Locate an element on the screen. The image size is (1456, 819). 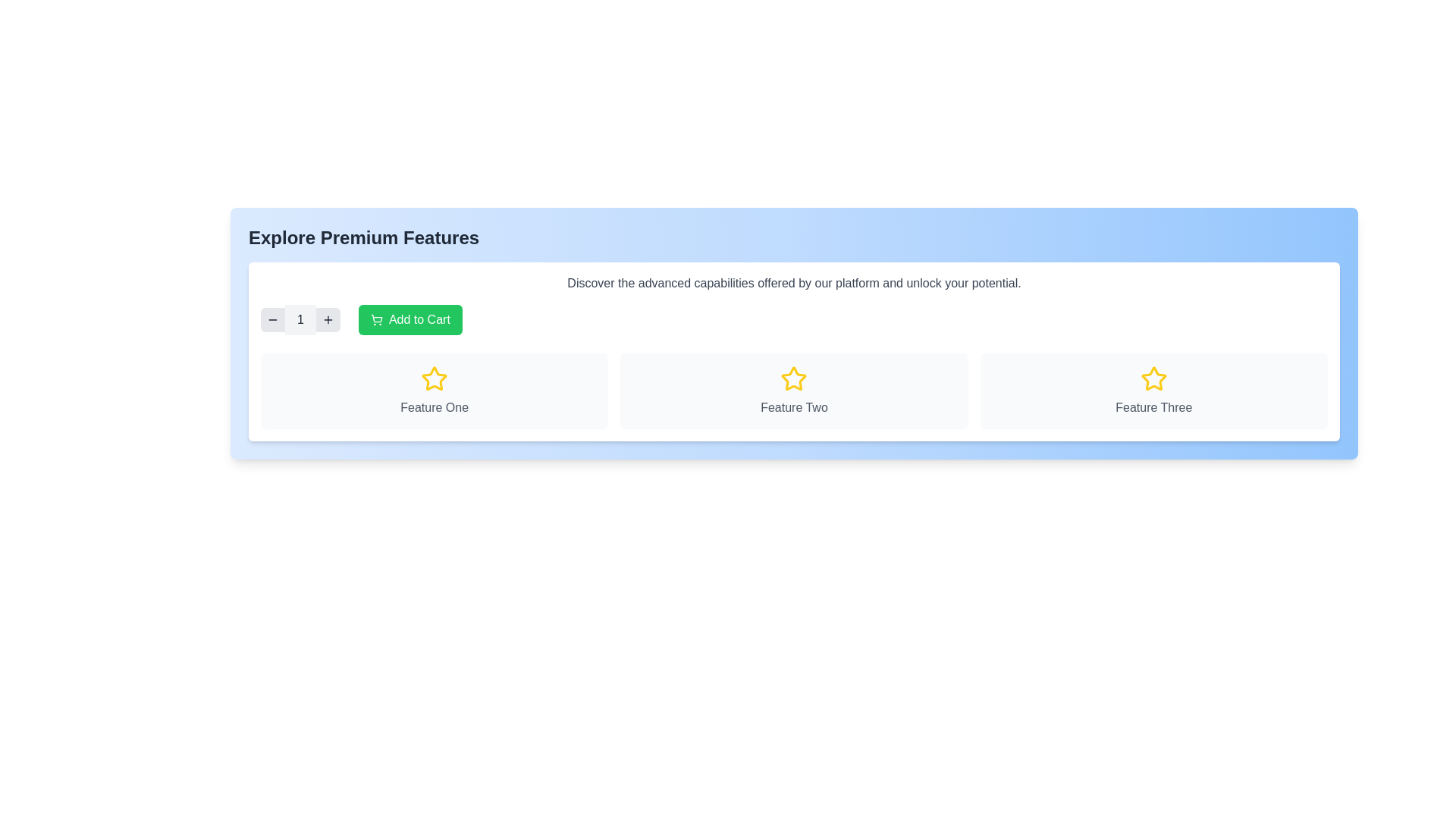
the star-shaped icon with a yellow outline located above the text label 'Feature Two', which is the second item in a row of three within the grid of feature boxes is located at coordinates (793, 378).